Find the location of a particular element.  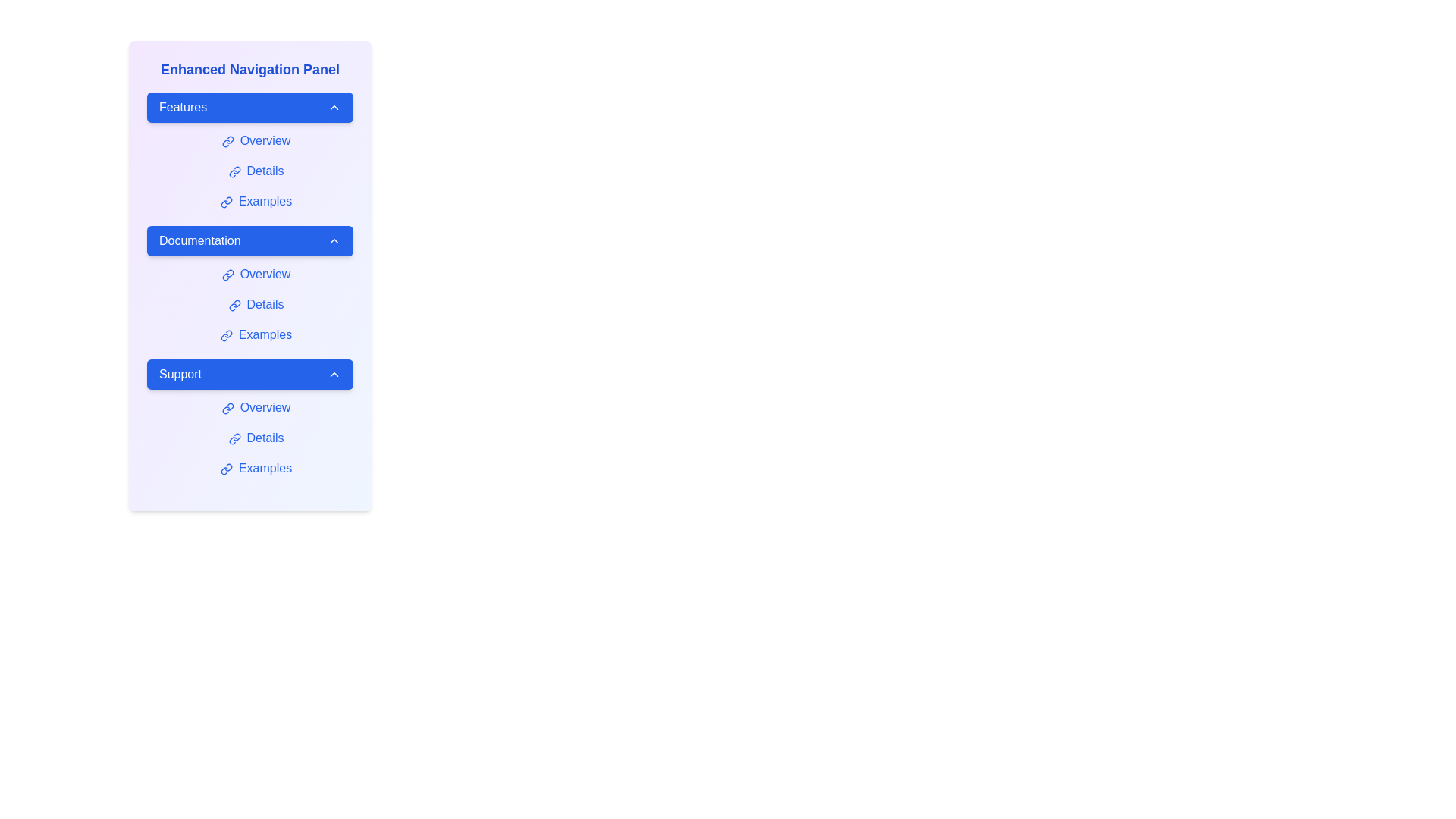

the Chevron icon located at the right edge of the 'Support' button is located at coordinates (334, 374).